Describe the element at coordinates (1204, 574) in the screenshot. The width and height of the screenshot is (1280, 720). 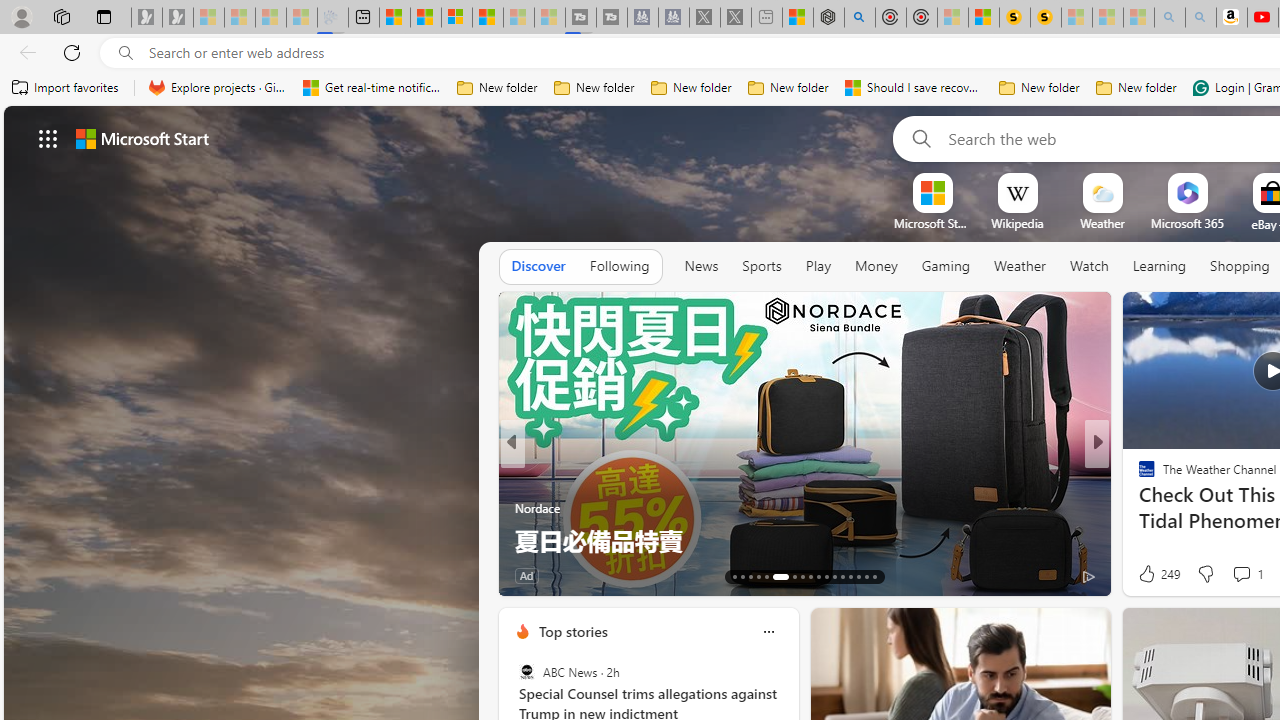
I see `'Dislike'` at that location.